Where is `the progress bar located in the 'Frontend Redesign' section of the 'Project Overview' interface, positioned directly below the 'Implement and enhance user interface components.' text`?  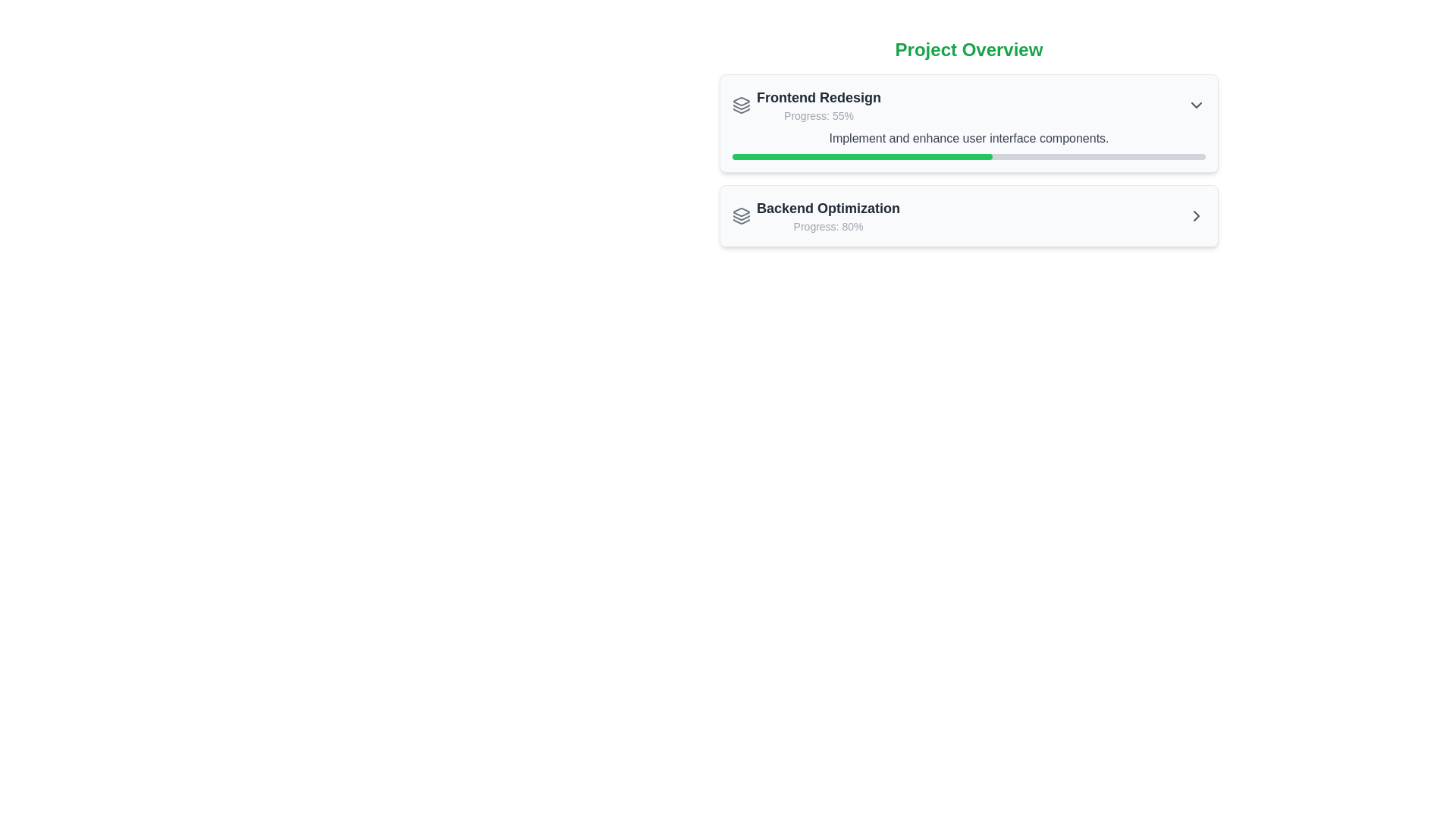
the progress bar located in the 'Frontend Redesign' section of the 'Project Overview' interface, positioned directly below the 'Implement and enhance user interface components.' text is located at coordinates (968, 157).